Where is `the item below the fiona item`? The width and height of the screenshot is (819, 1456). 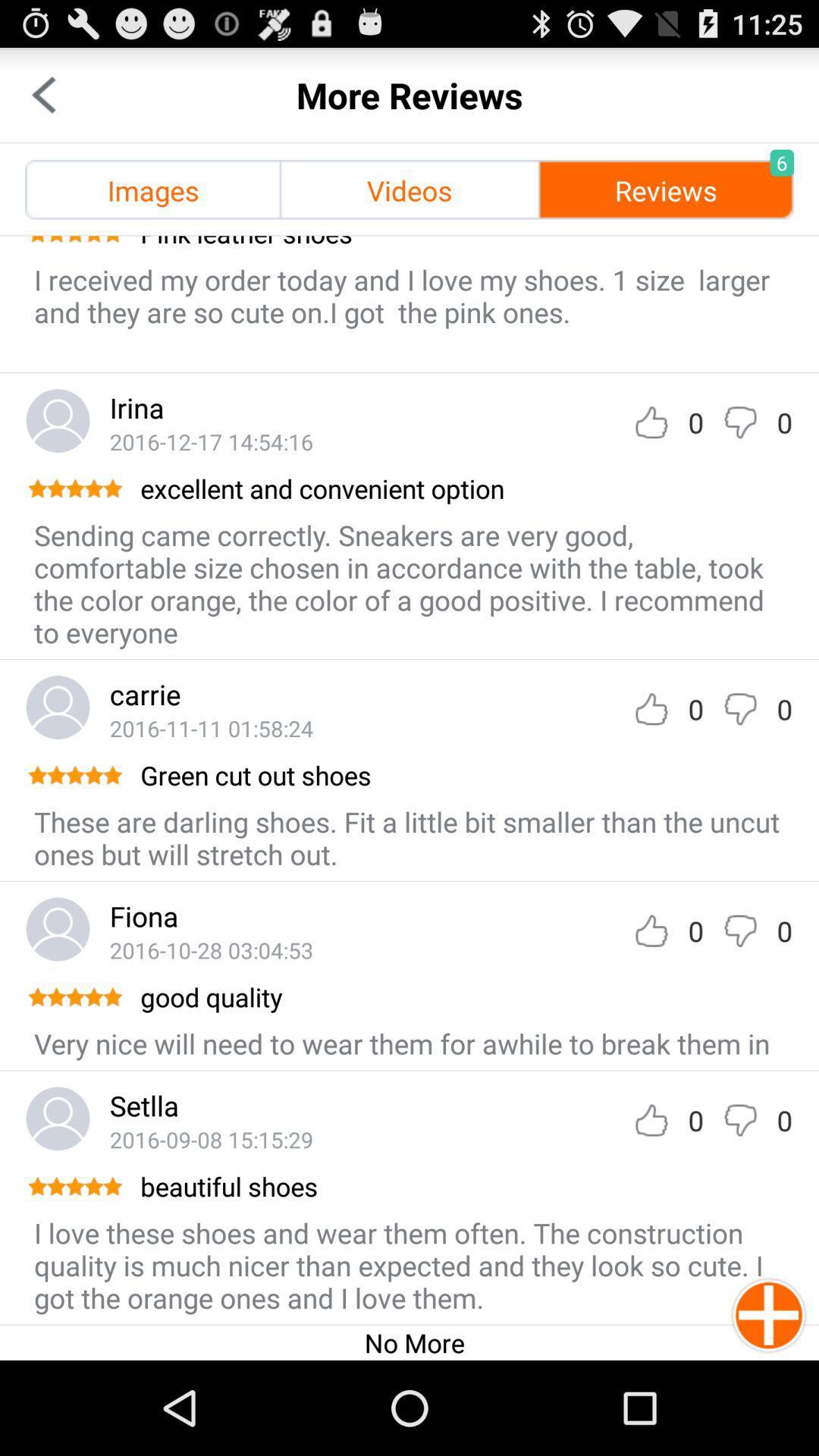 the item below the fiona item is located at coordinates (211, 949).